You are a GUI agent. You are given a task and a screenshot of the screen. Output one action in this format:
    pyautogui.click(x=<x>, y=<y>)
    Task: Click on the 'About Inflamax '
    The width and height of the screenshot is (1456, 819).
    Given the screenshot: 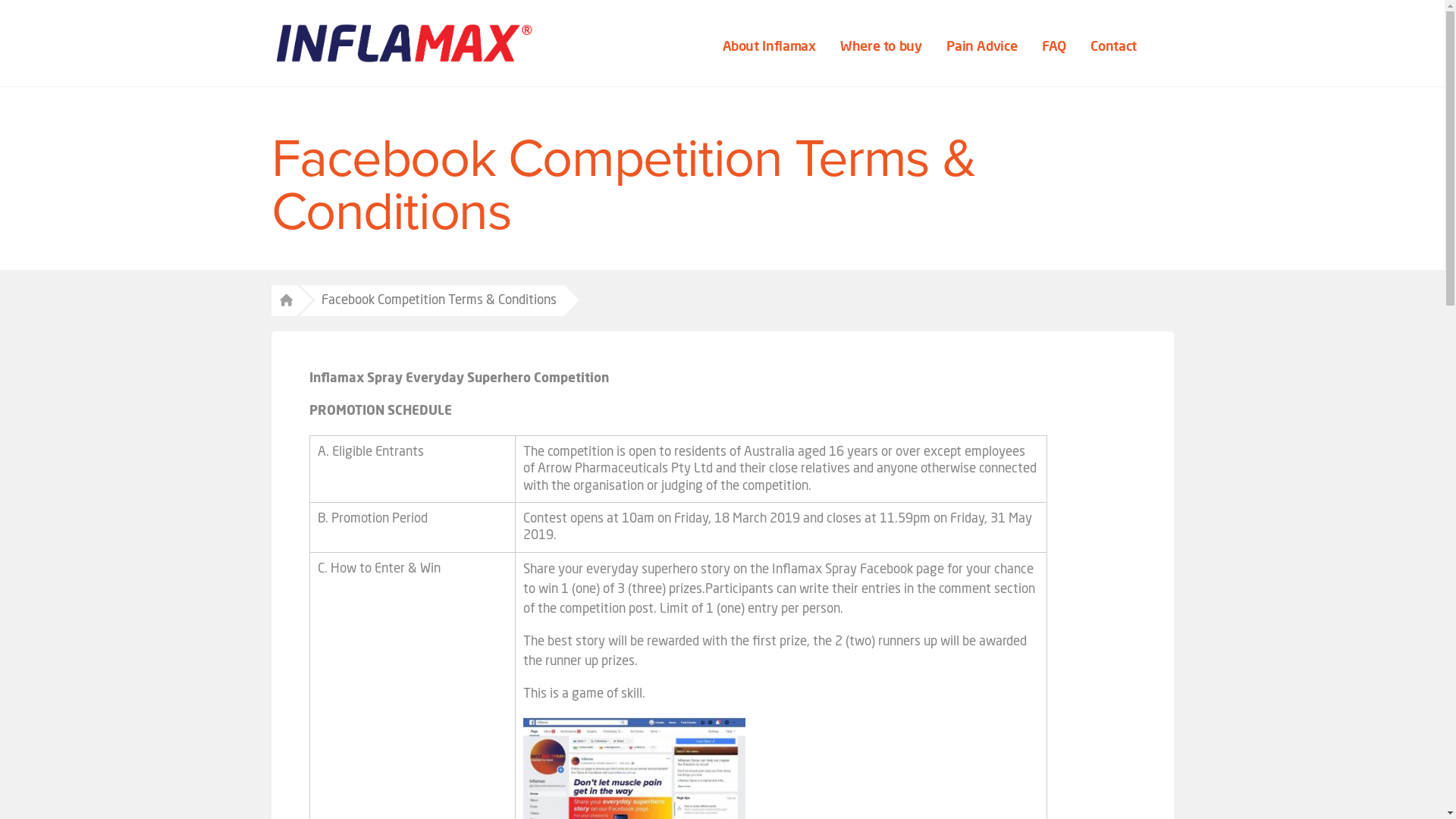 What is the action you would take?
    pyautogui.click(x=771, y=45)
    